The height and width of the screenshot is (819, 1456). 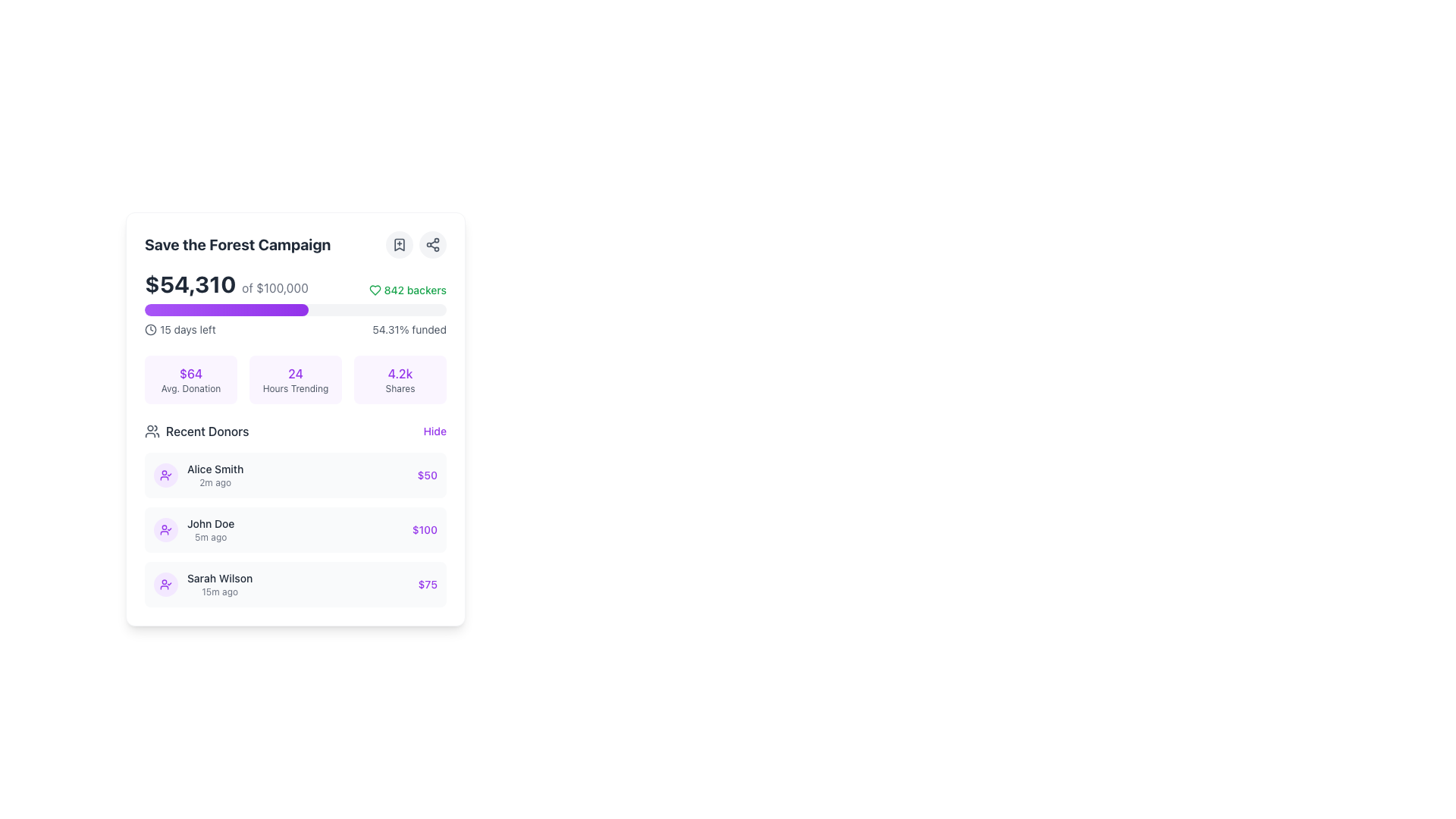 I want to click on the second row in the 'Recent Donors' section, which represents a donation entry showing the donor's name, profile status, and time of donation, so click(x=193, y=529).